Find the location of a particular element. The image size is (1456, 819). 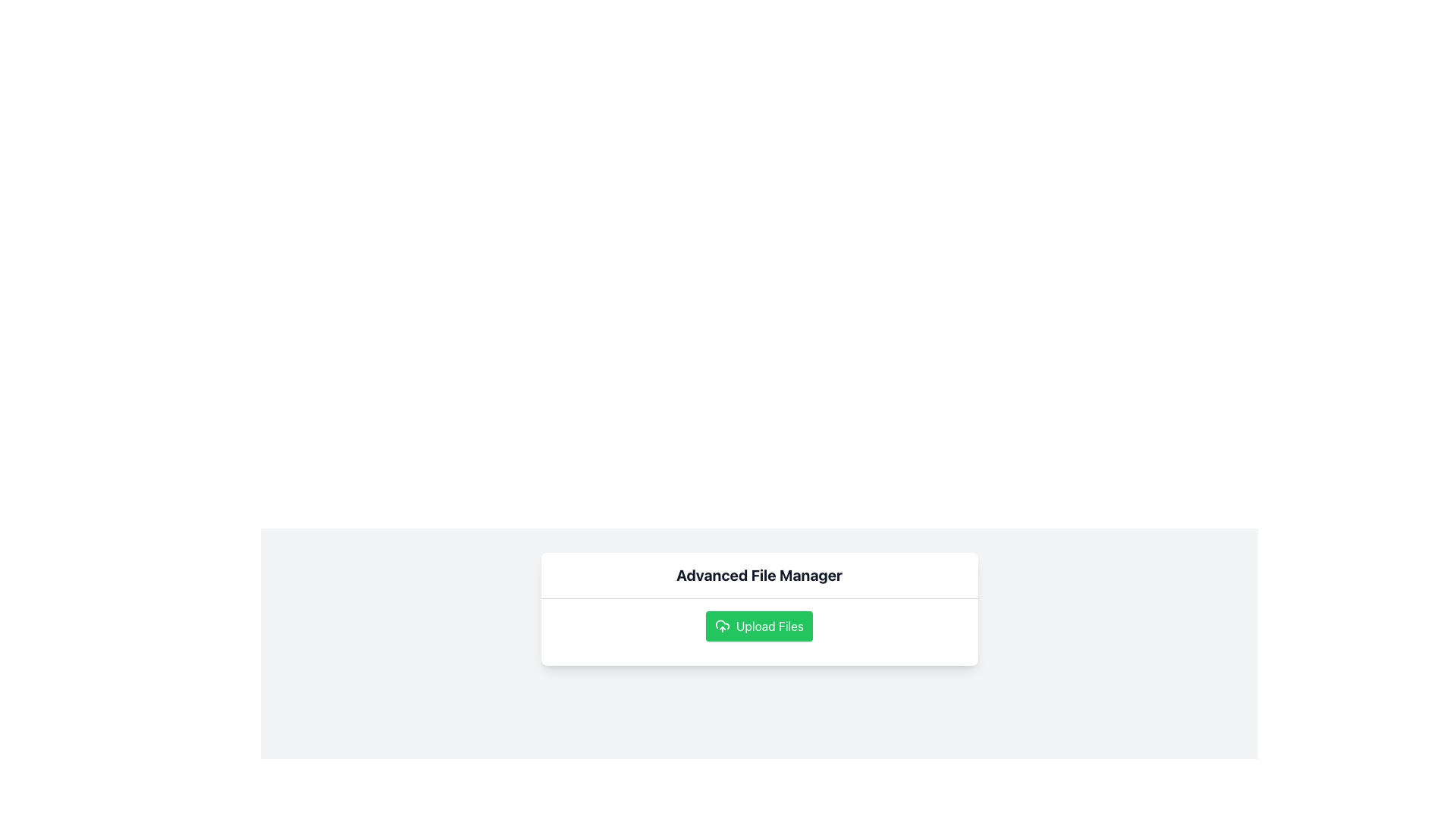

the green 'Upload Files' button with rounded corners is located at coordinates (759, 626).